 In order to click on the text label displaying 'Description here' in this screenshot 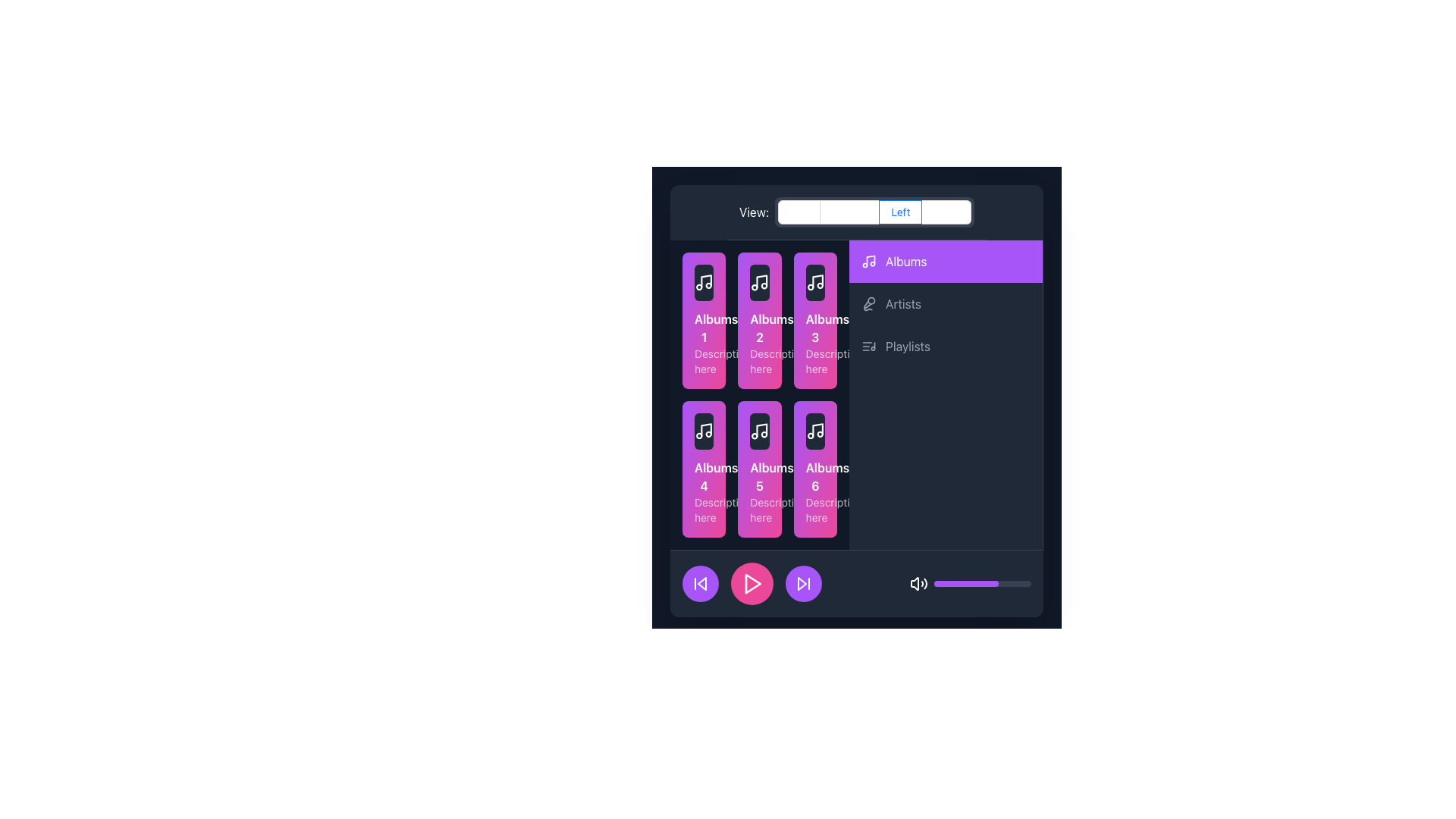, I will do `click(703, 362)`.